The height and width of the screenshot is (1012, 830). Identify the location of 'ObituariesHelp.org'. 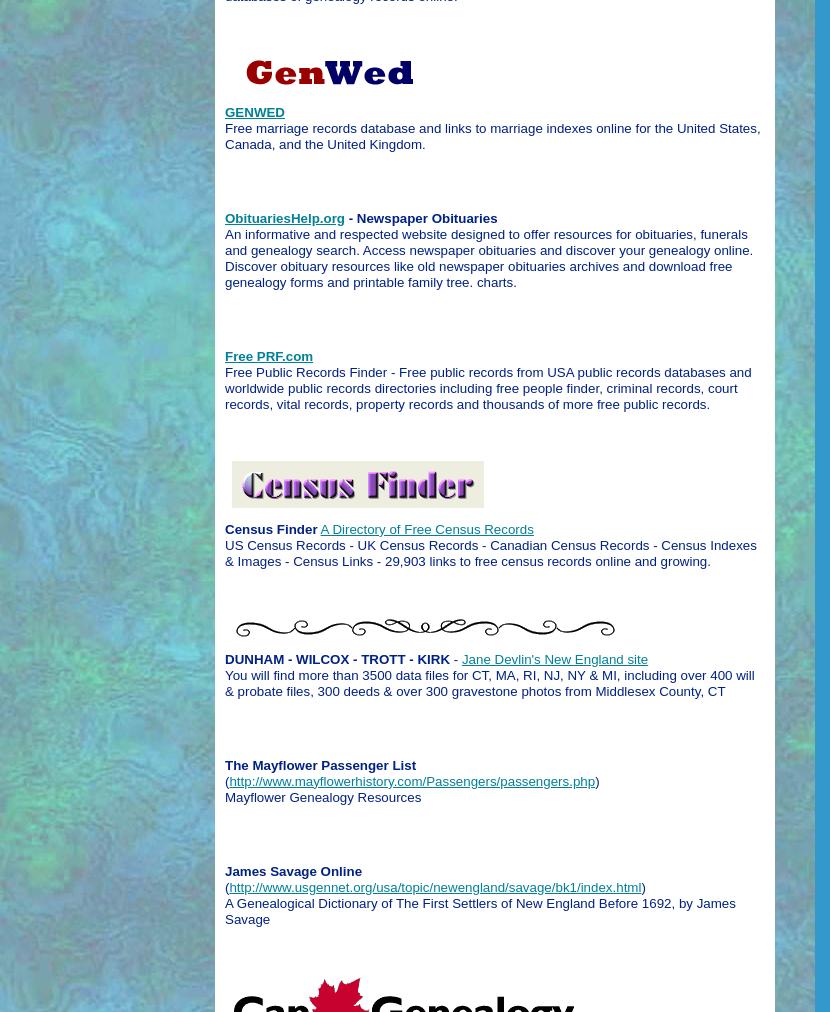
(284, 217).